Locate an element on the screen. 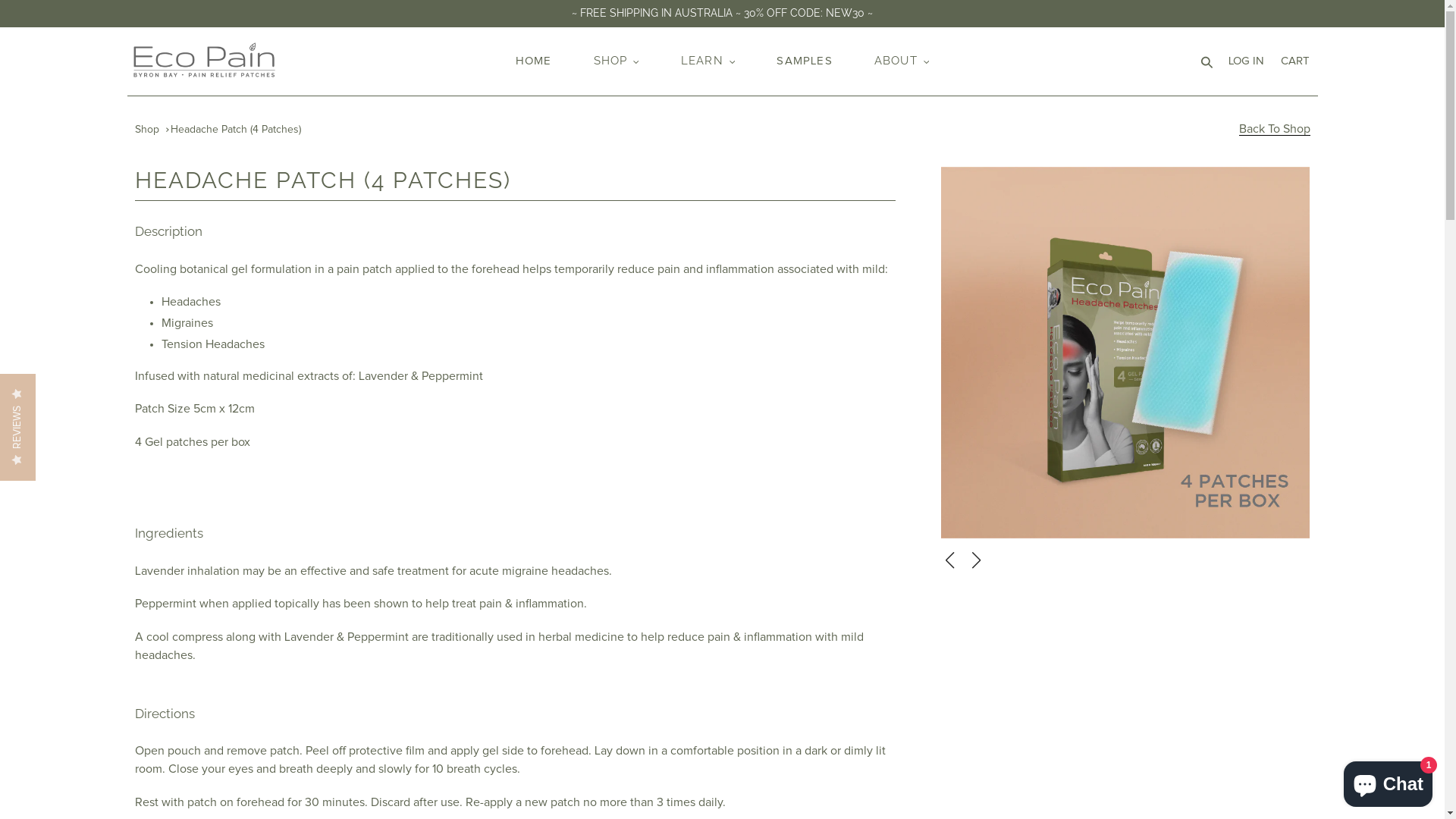 The image size is (1456, 819). 'LOG IN is located at coordinates (1245, 61).